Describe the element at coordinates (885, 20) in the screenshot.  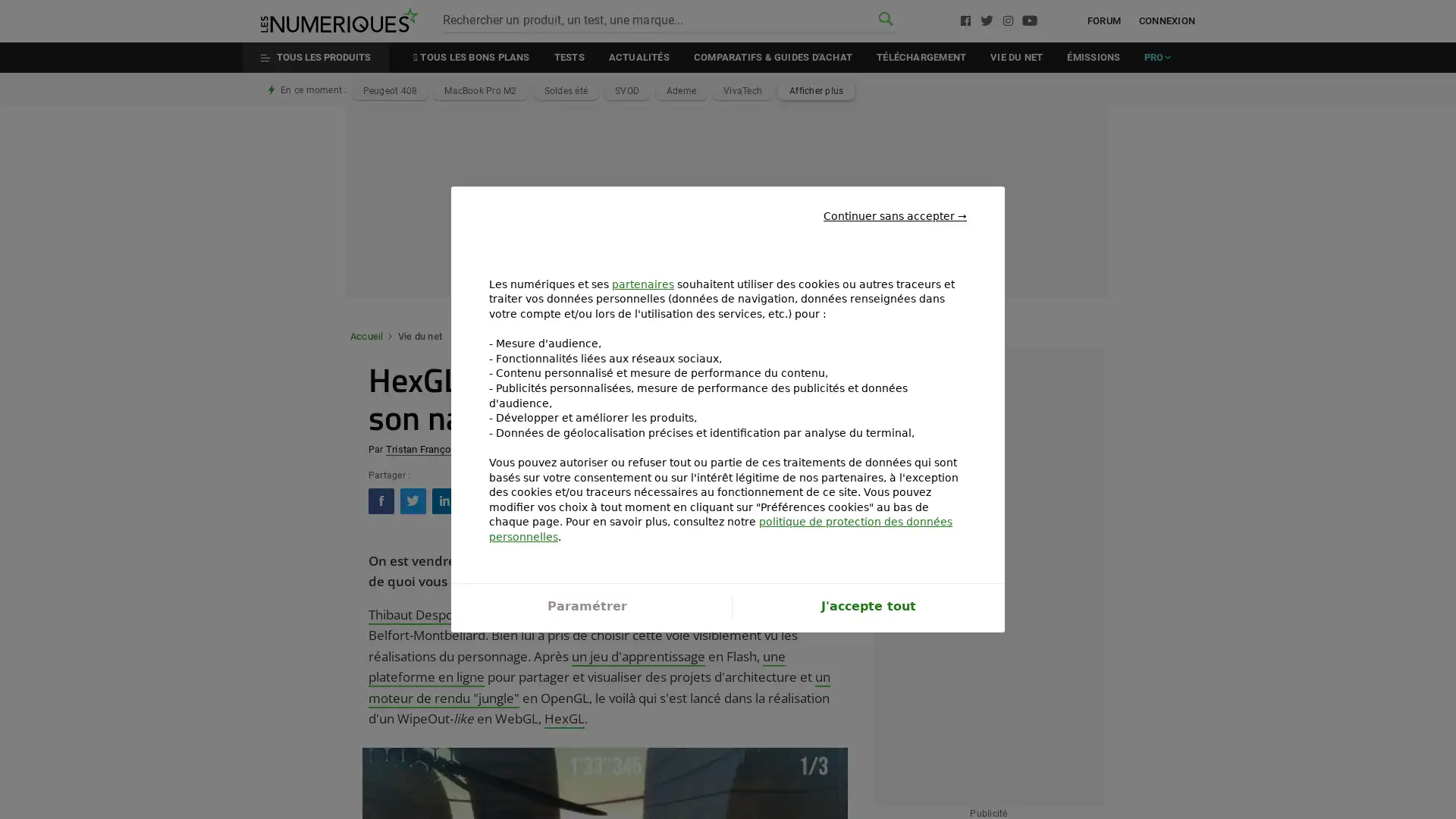
I see `Lancer la recherche` at that location.